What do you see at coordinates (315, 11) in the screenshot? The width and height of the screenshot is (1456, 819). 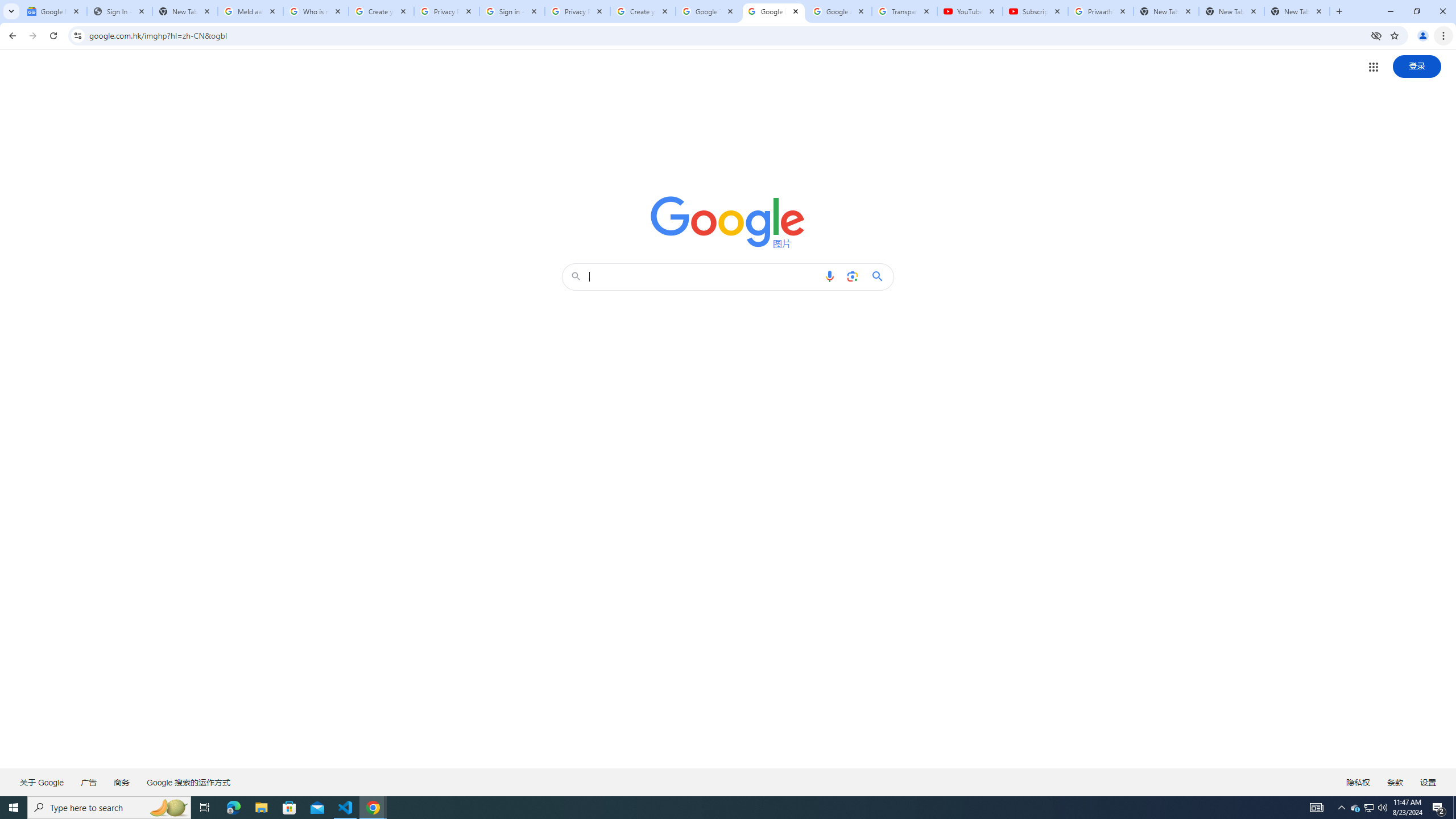 I see `'Who is my administrator? - Google Account Help'` at bounding box center [315, 11].